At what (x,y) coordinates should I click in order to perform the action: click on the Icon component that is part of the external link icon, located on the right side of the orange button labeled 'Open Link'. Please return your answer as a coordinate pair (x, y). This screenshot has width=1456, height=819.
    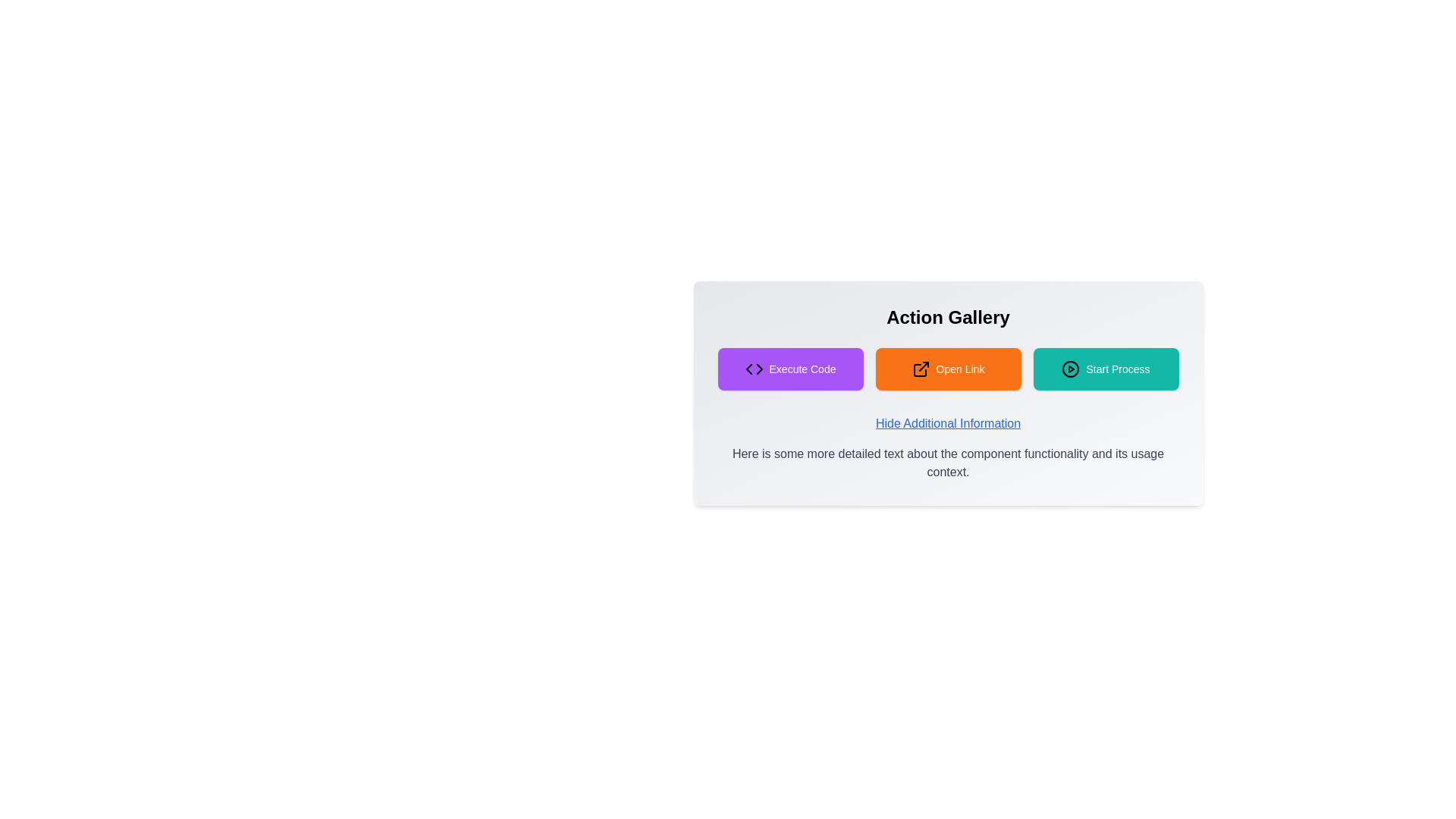
    Looking at the image, I should click on (919, 370).